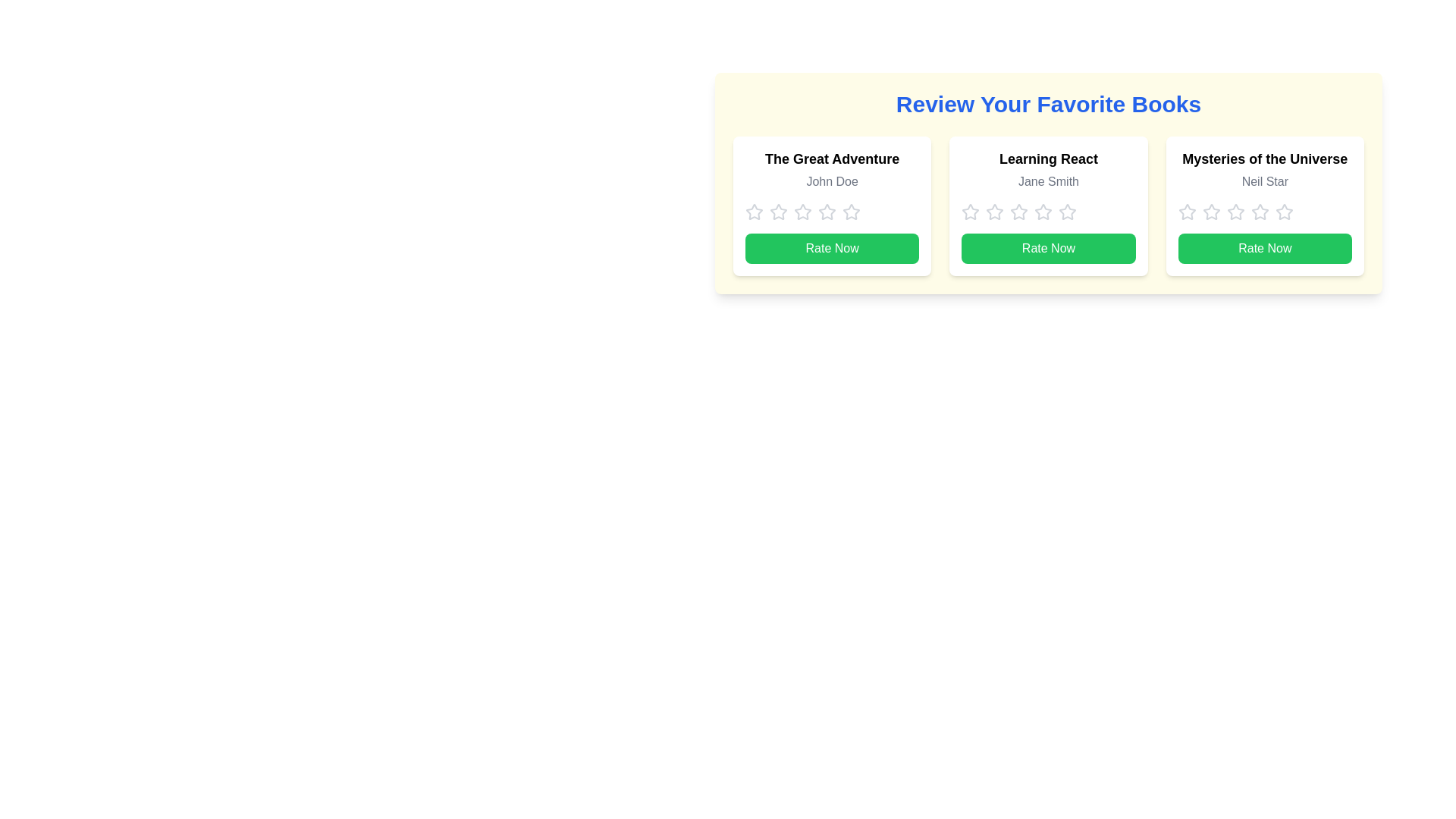  What do you see at coordinates (971, 212) in the screenshot?
I see `the first star icon in the five-star rating system under the title 'Learning React' by Jane Smith` at bounding box center [971, 212].